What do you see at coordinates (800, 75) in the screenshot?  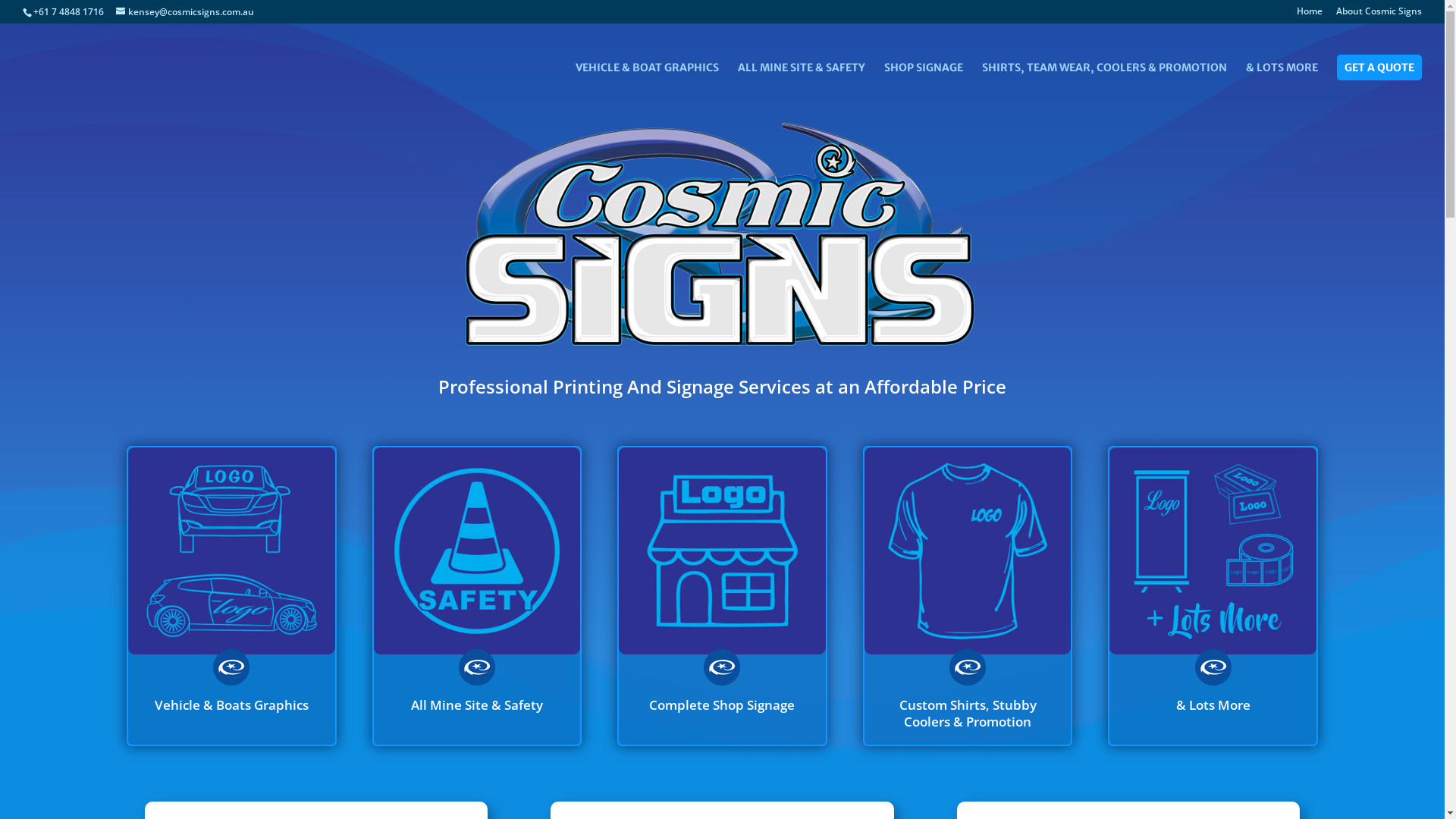 I see `'ALL MINE SITE & SAFETY'` at bounding box center [800, 75].